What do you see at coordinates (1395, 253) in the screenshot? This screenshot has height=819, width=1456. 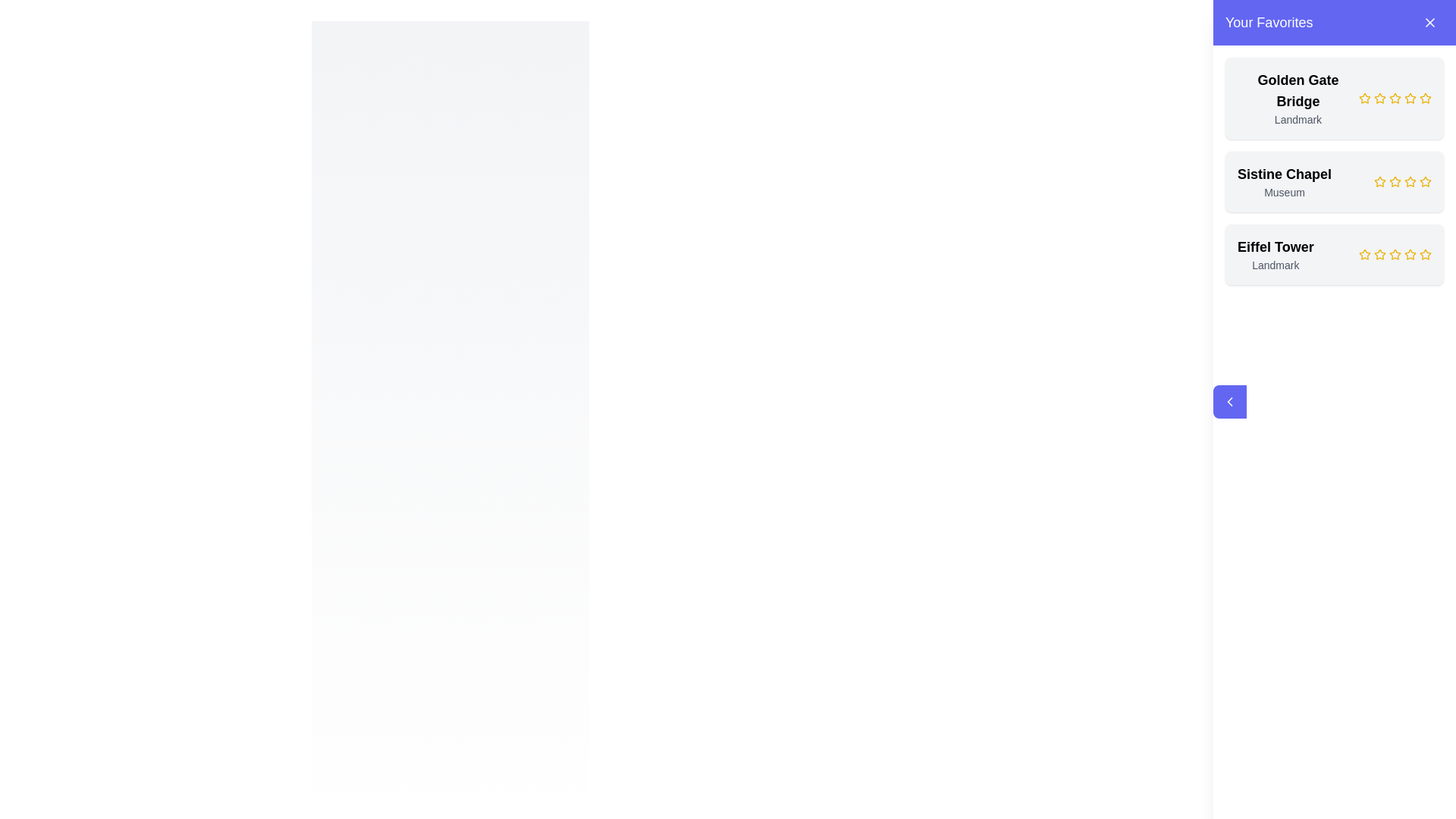 I see `the fourth star in the rating row for the 'Eiffel Tower' item to set the rating` at bounding box center [1395, 253].